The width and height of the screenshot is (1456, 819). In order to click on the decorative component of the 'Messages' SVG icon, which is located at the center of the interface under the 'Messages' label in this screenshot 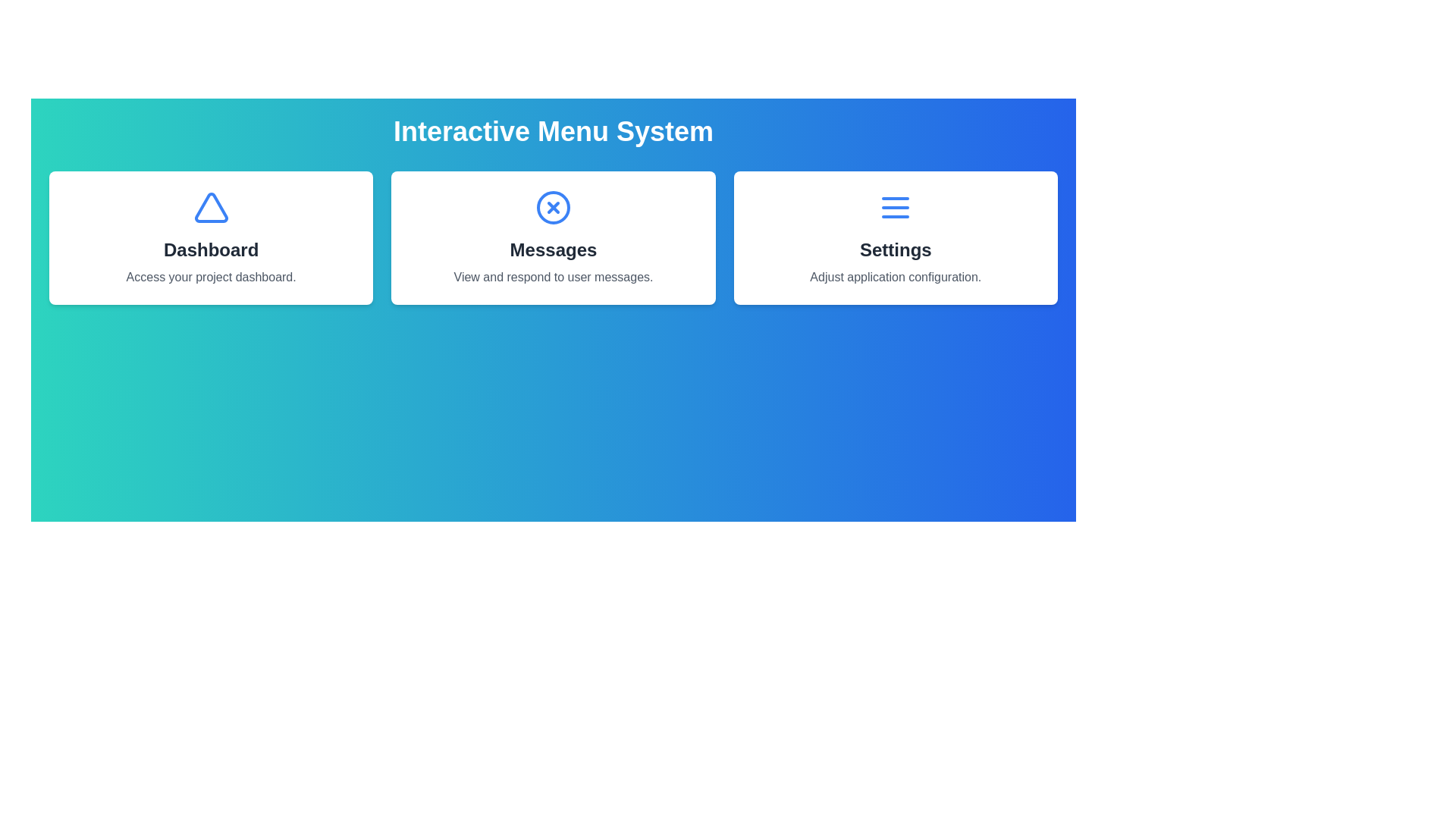, I will do `click(552, 207)`.